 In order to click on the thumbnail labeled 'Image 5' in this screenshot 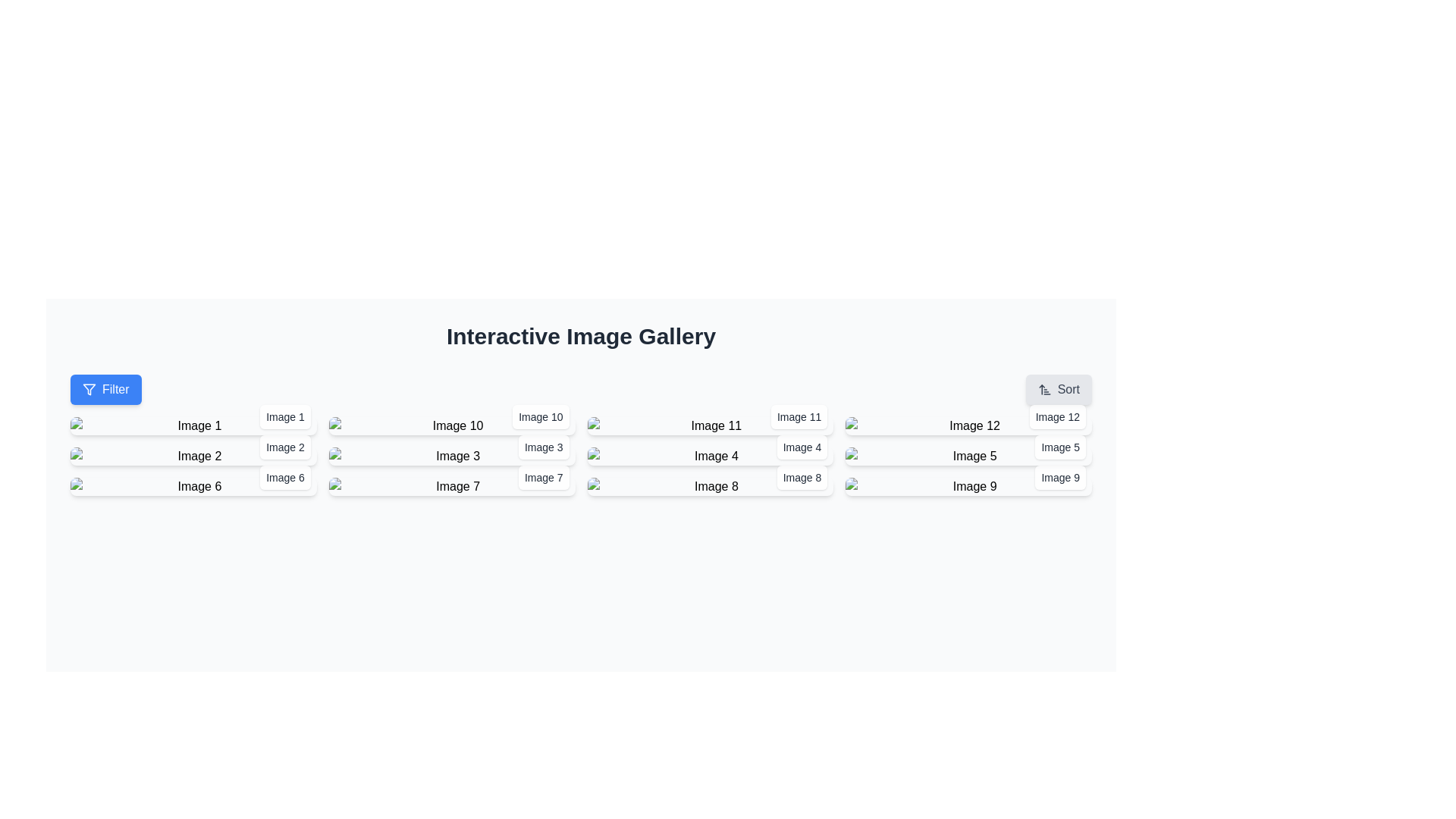, I will do `click(968, 455)`.